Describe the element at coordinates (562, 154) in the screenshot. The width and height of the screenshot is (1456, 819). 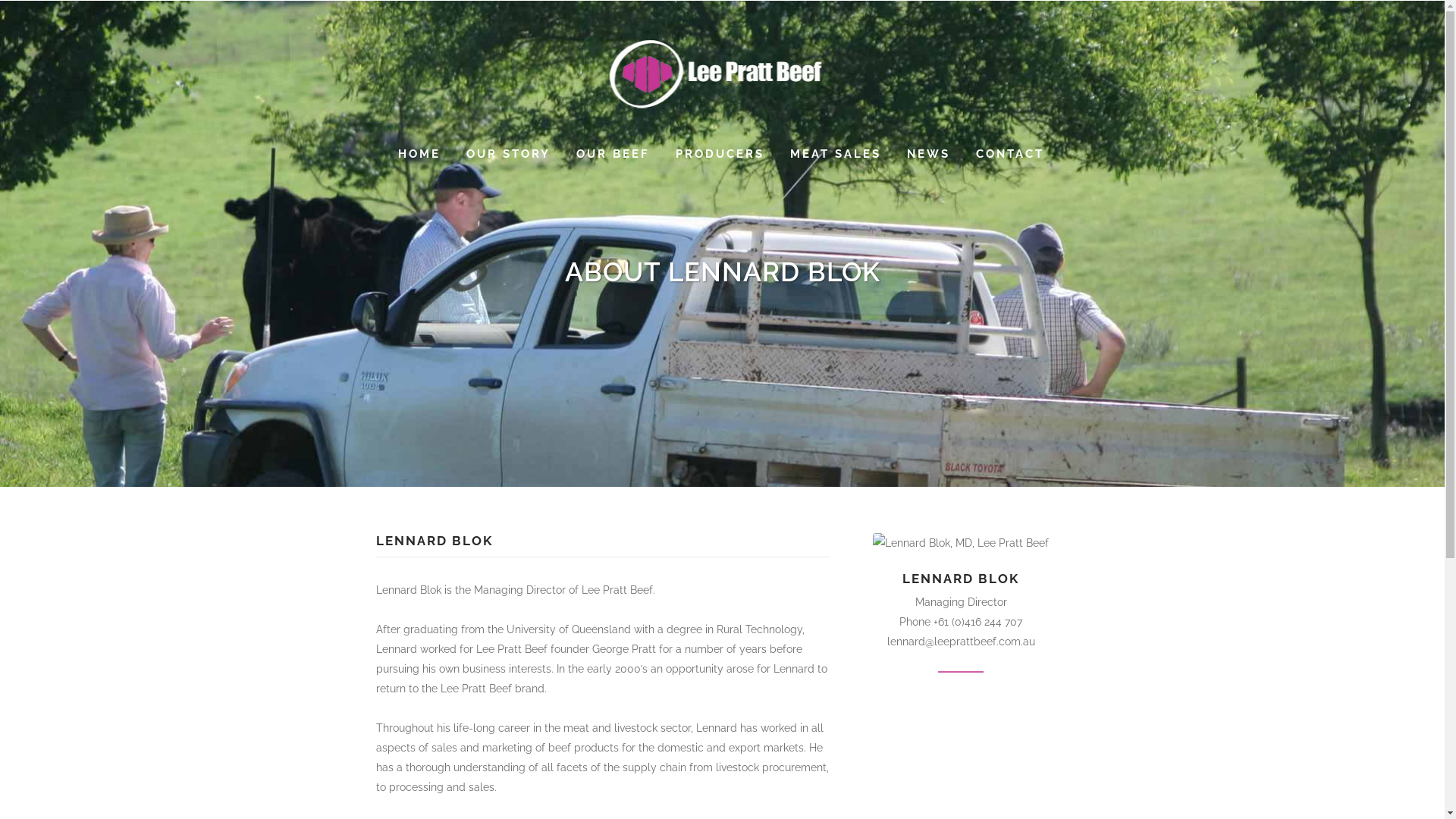
I see `'OUR BEEF'` at that location.